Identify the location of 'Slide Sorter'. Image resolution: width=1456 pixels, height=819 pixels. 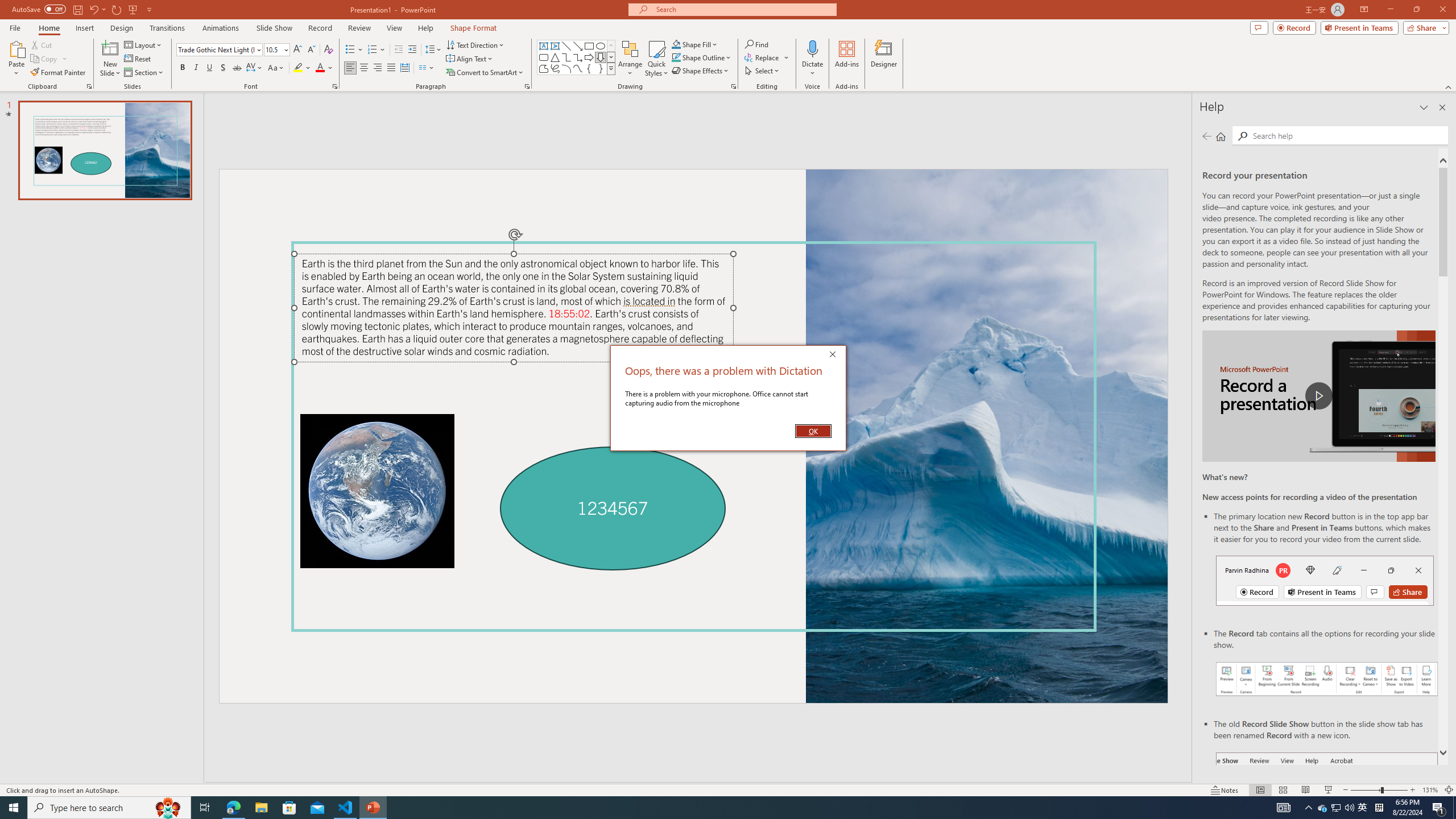
(1282, 790).